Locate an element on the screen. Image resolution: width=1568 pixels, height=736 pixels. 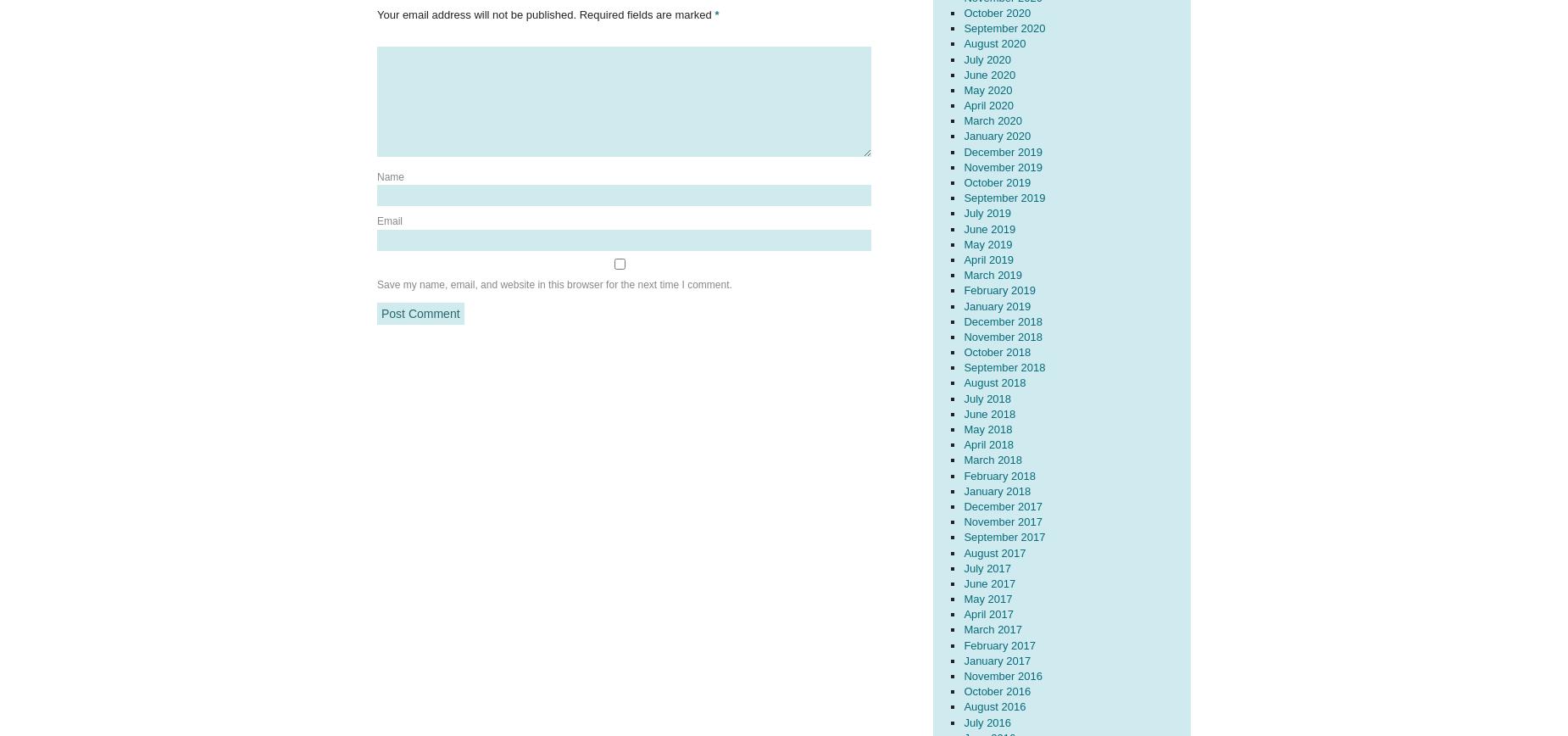
'January 2020' is located at coordinates (963, 136).